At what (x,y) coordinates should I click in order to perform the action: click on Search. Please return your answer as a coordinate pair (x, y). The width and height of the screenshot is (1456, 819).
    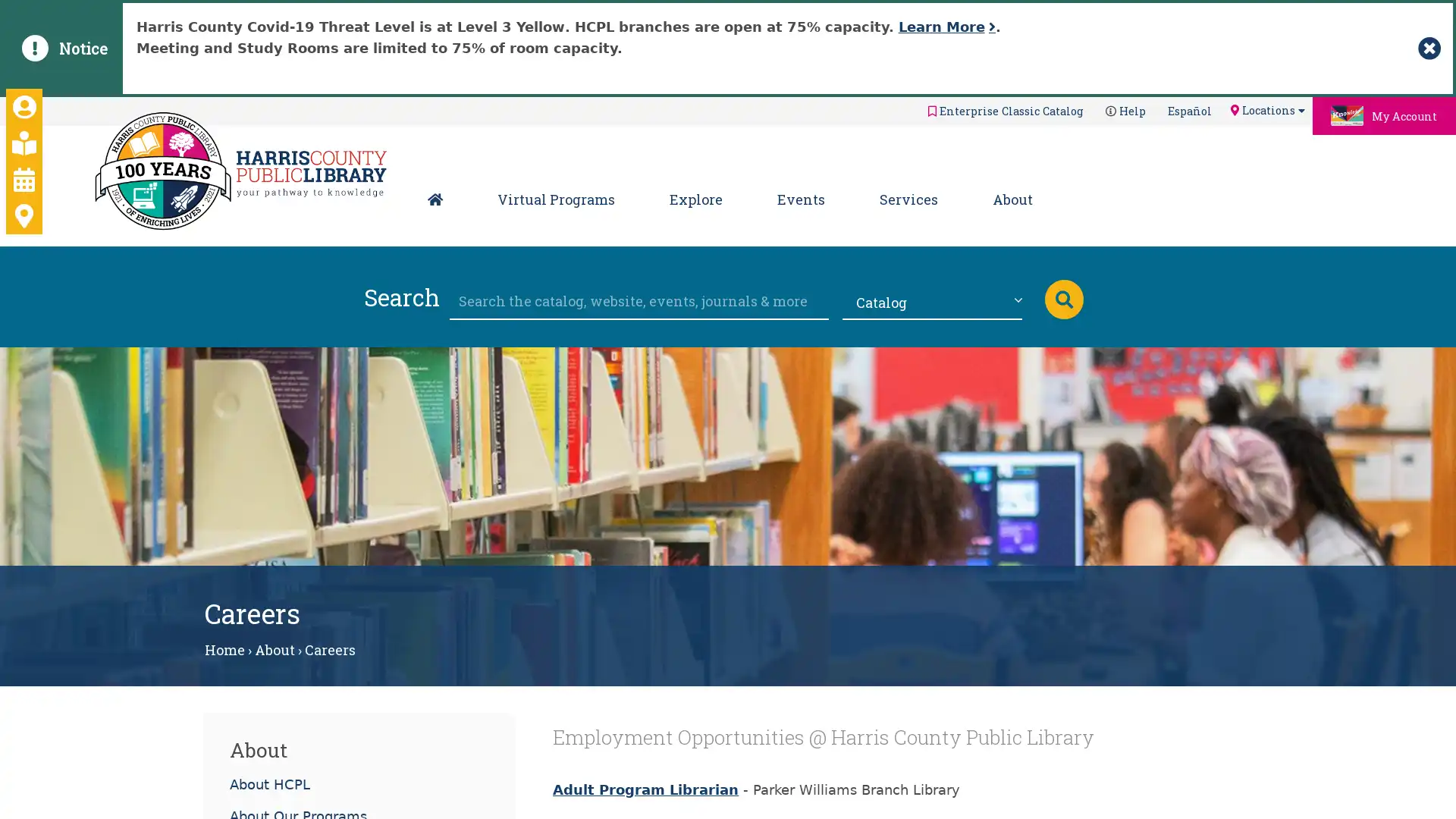
    Looking at the image, I should click on (1062, 298).